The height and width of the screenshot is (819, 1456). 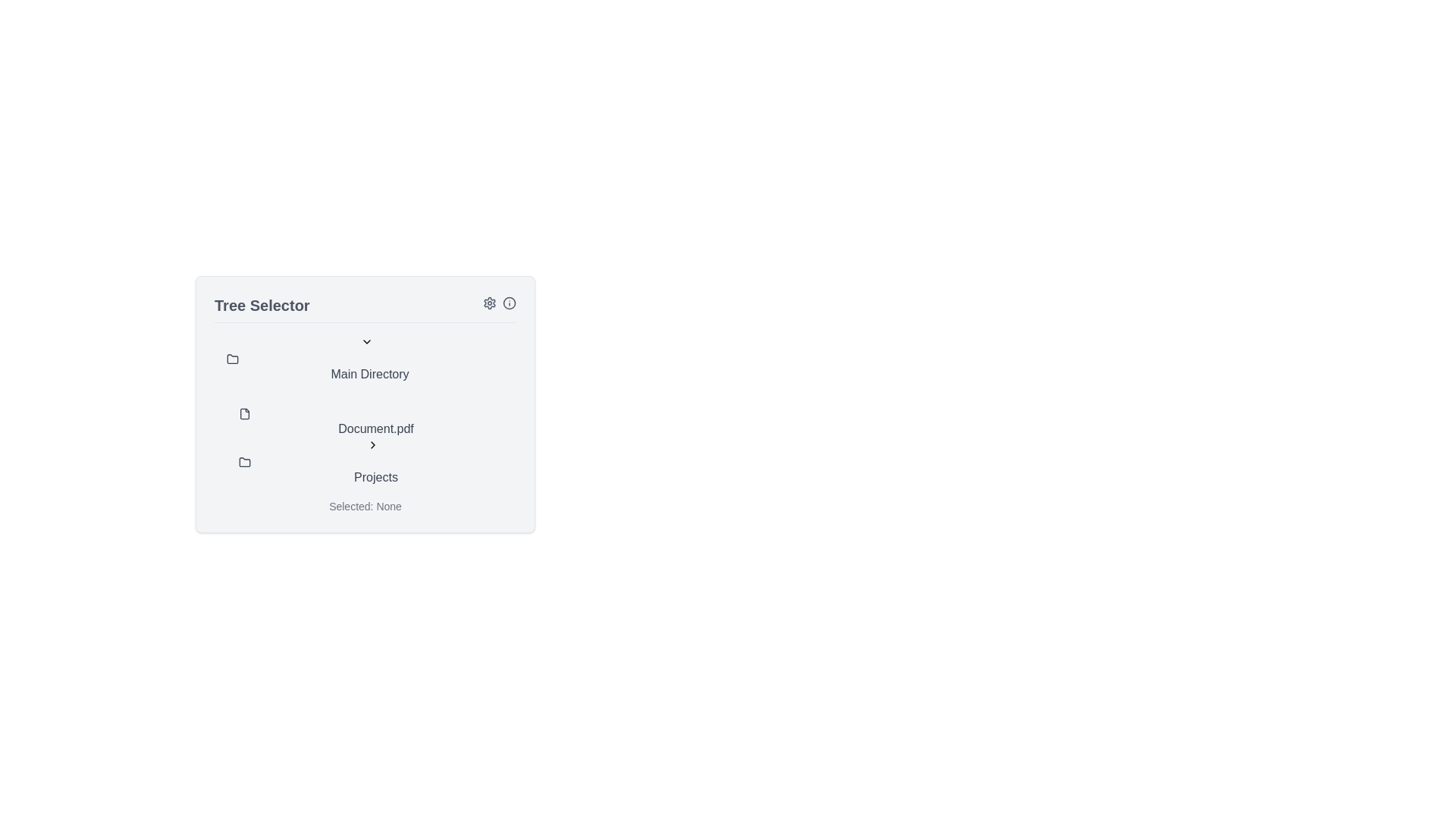 What do you see at coordinates (367, 342) in the screenshot?
I see `the dropdown toggle button located to the right of the 'Main Directory' label` at bounding box center [367, 342].